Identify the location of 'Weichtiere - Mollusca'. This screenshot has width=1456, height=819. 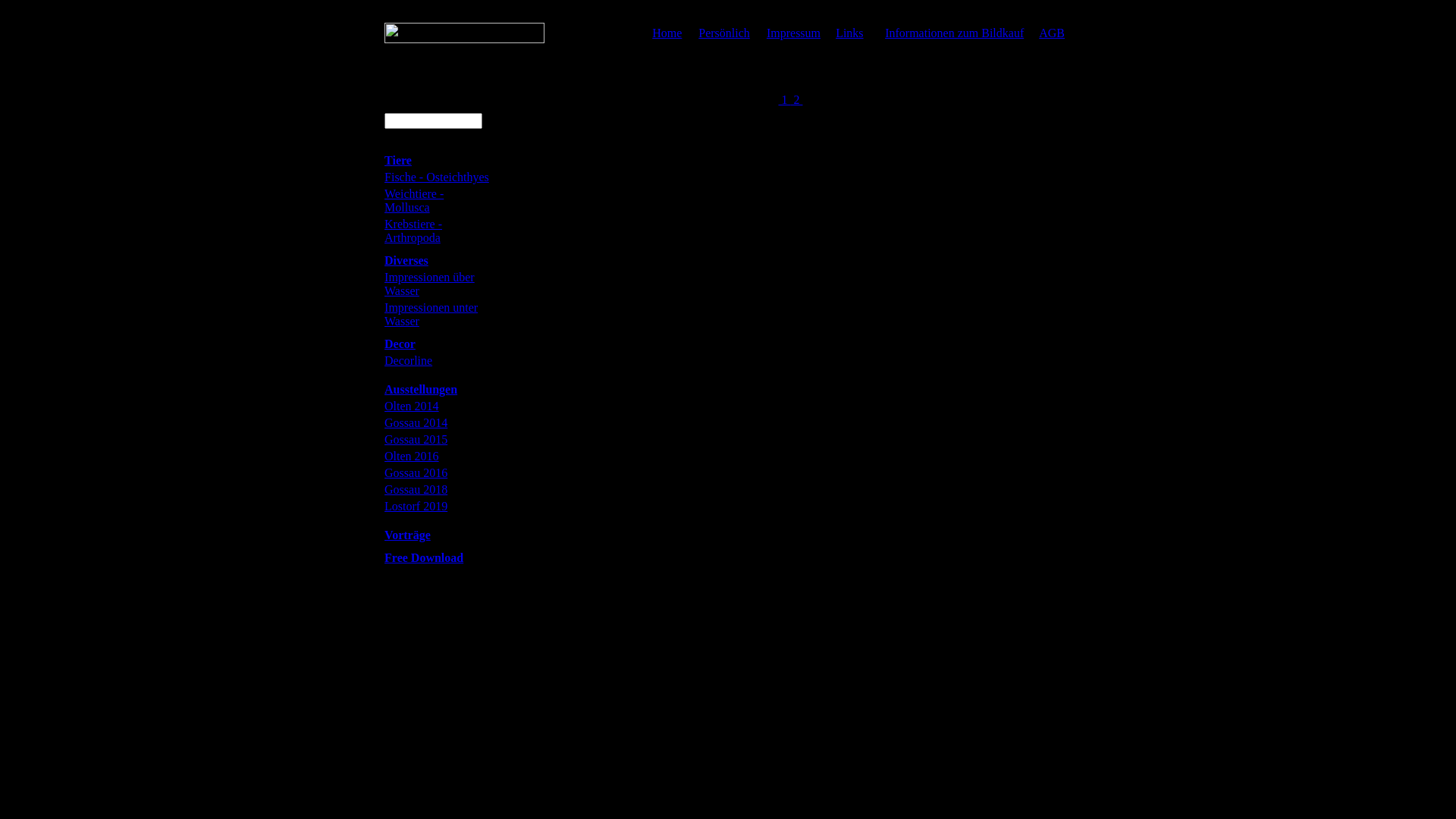
(414, 199).